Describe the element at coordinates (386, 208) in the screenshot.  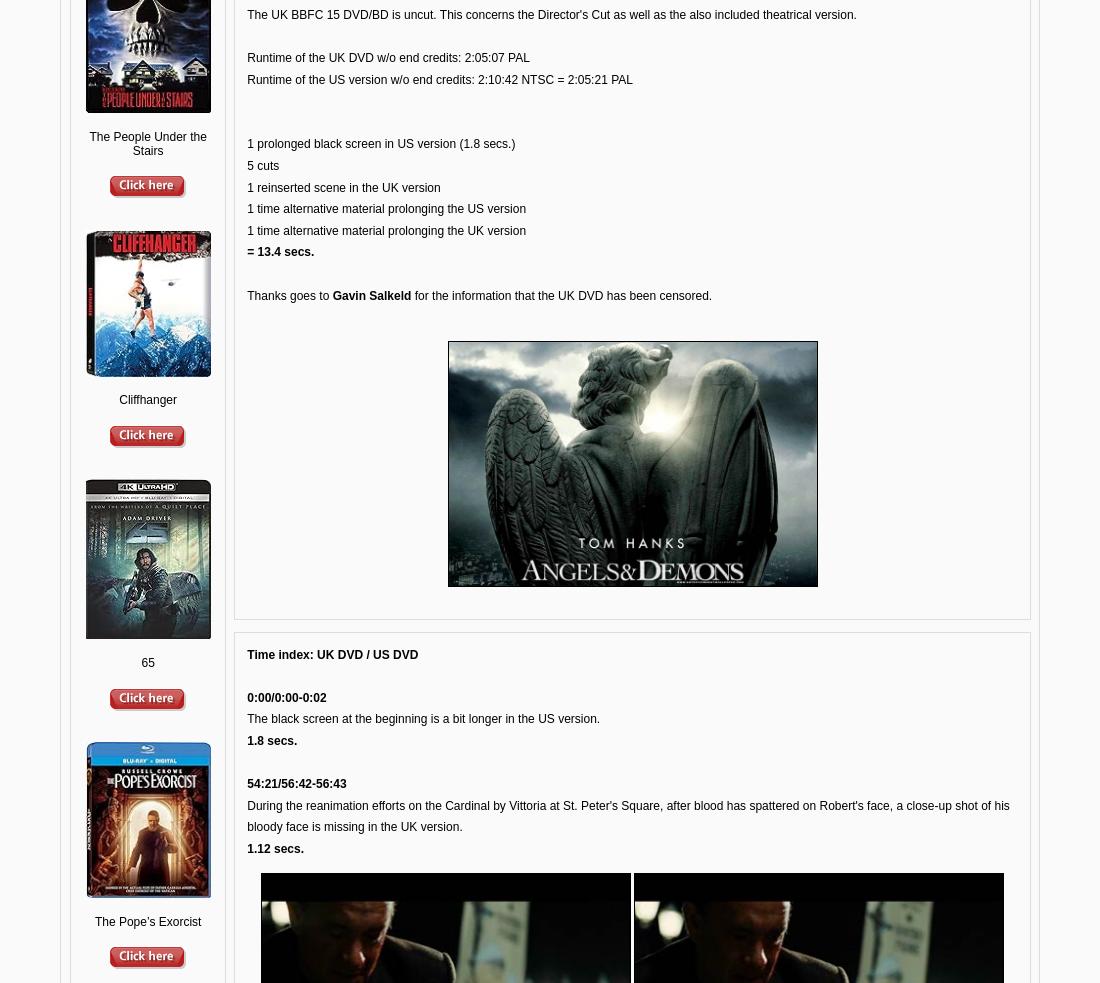
I see `'1 time alternative material prolonging the US version'` at that location.